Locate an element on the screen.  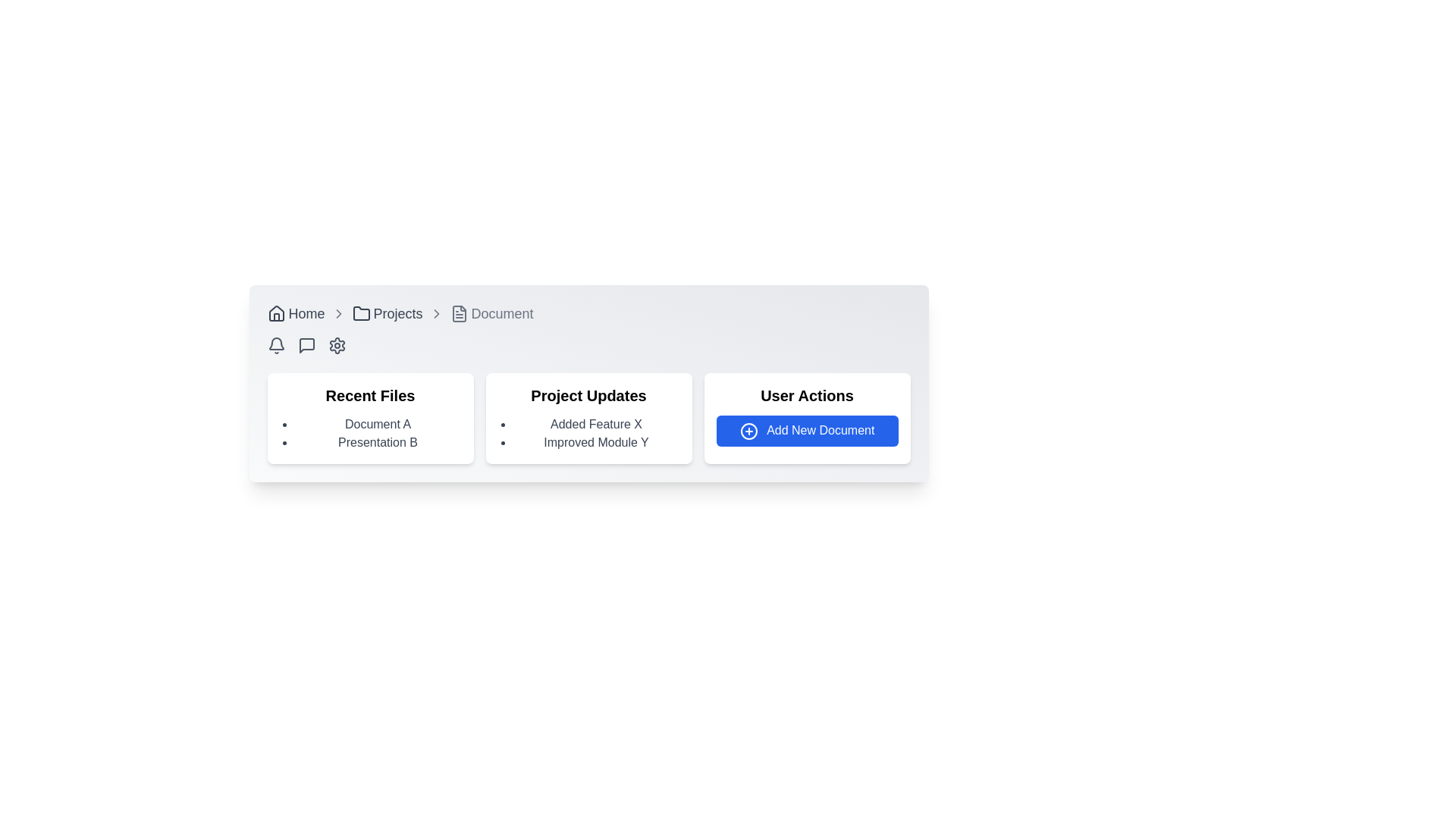
the circular vector graphic icon that signifies the addition or creation of new items, located to the left of the 'Add New Document' button in the 'User Actions' section is located at coordinates (748, 431).